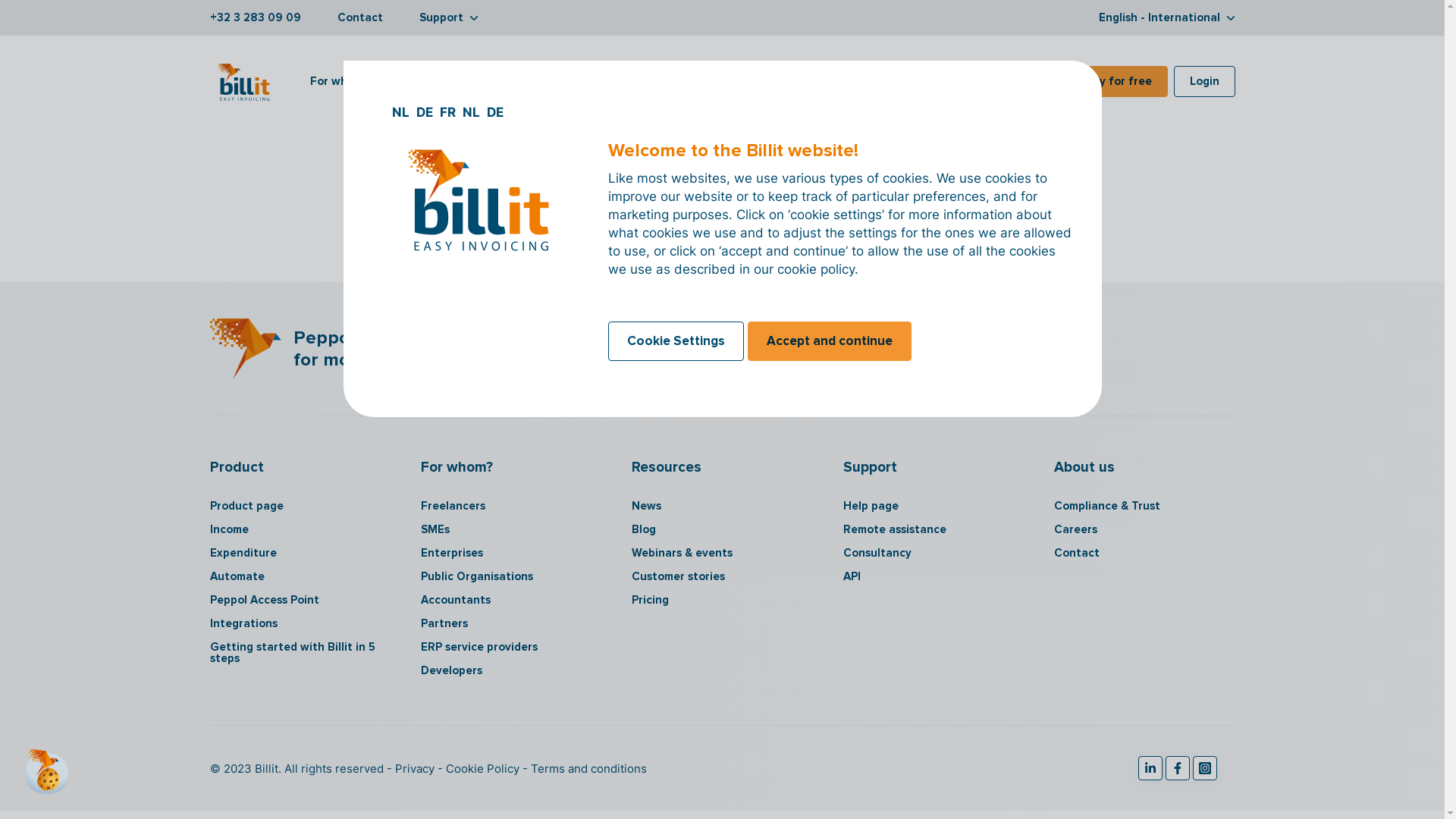  I want to click on 'Cookie Policy', so click(479, 768).